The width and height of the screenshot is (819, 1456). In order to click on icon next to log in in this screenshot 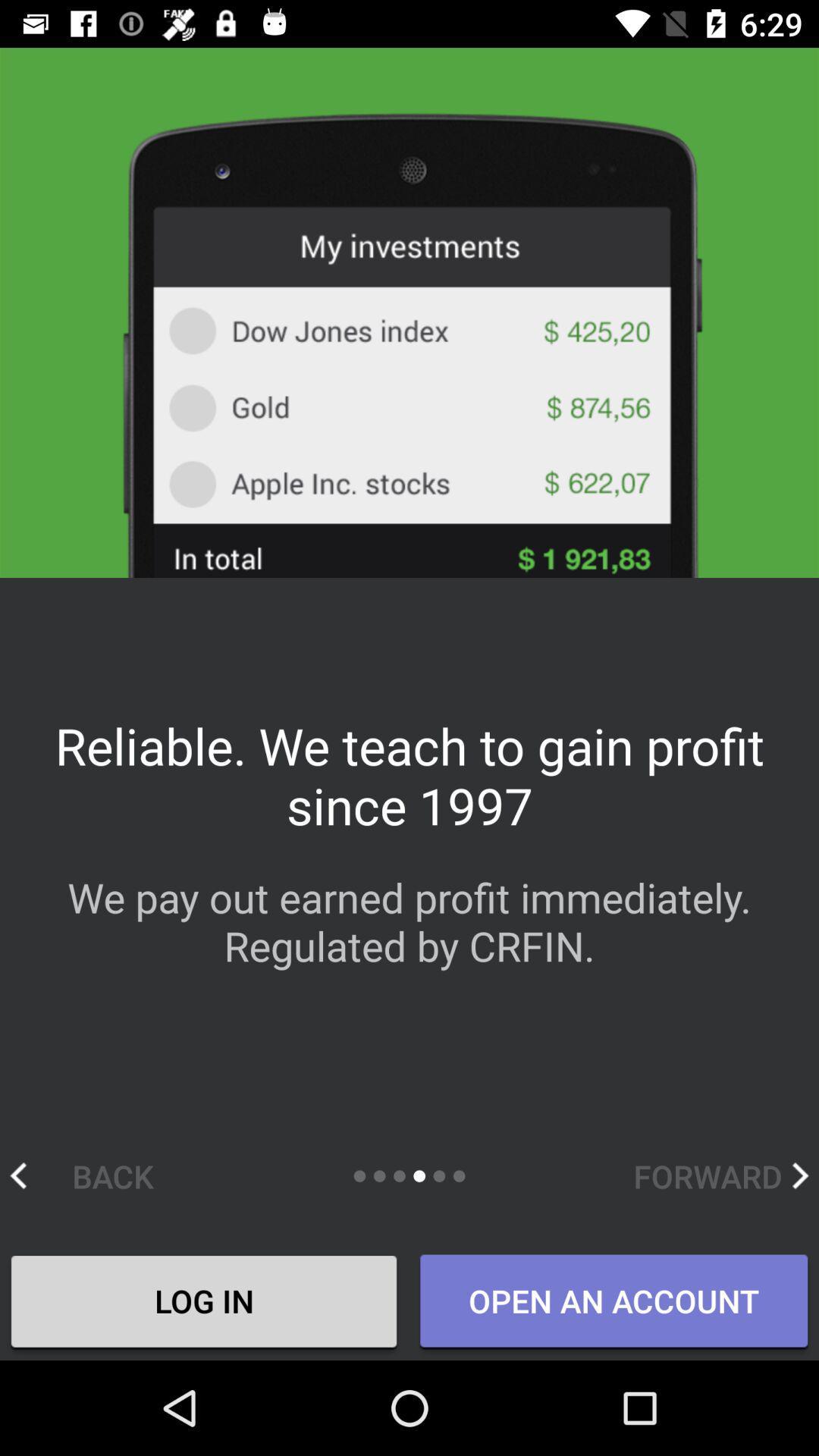, I will do `click(613, 1301)`.